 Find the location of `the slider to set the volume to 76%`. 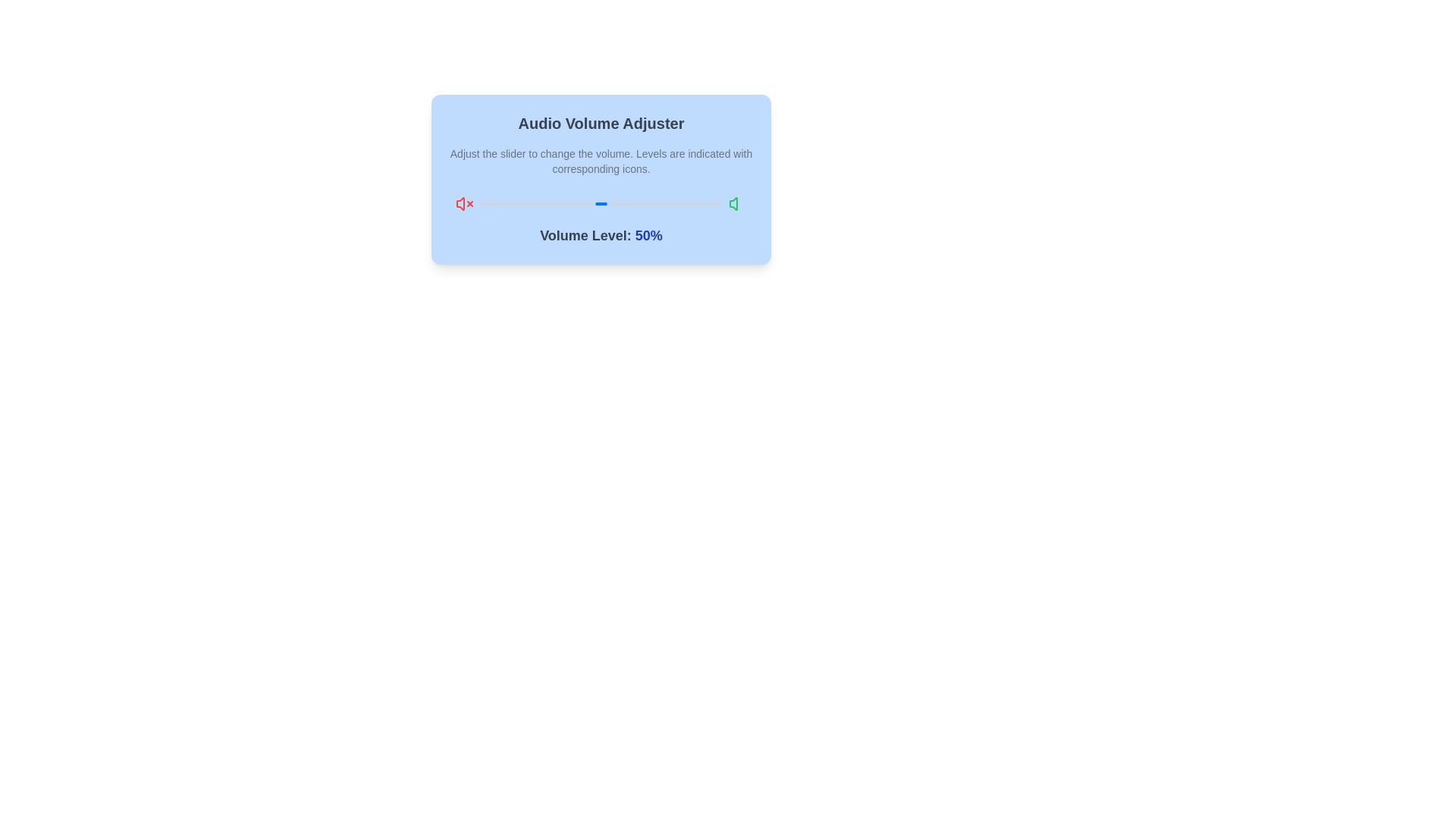

the slider to set the volume to 76% is located at coordinates (664, 203).